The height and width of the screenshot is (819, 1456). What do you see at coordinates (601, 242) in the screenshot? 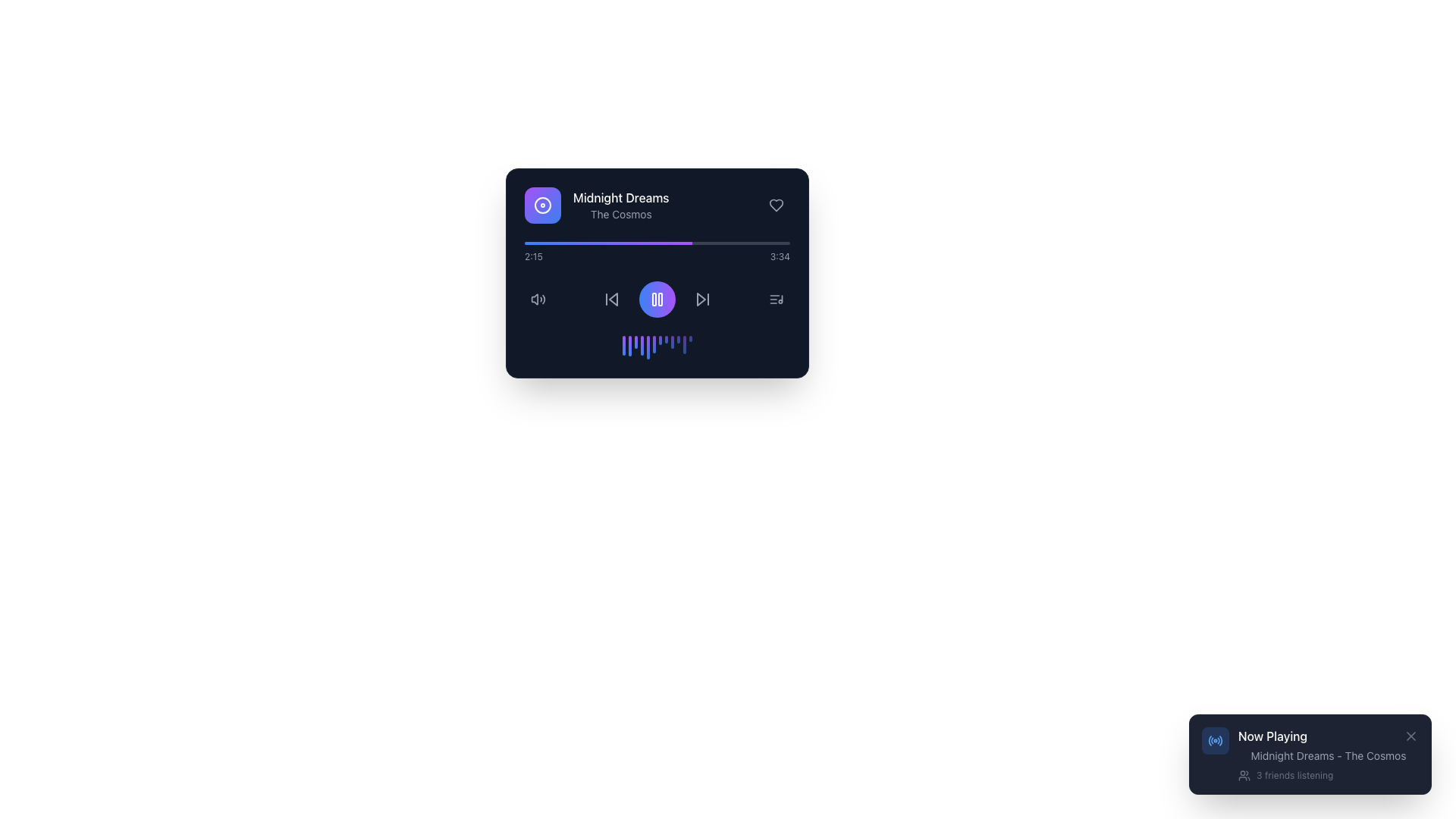
I see `playback progress` at bounding box center [601, 242].